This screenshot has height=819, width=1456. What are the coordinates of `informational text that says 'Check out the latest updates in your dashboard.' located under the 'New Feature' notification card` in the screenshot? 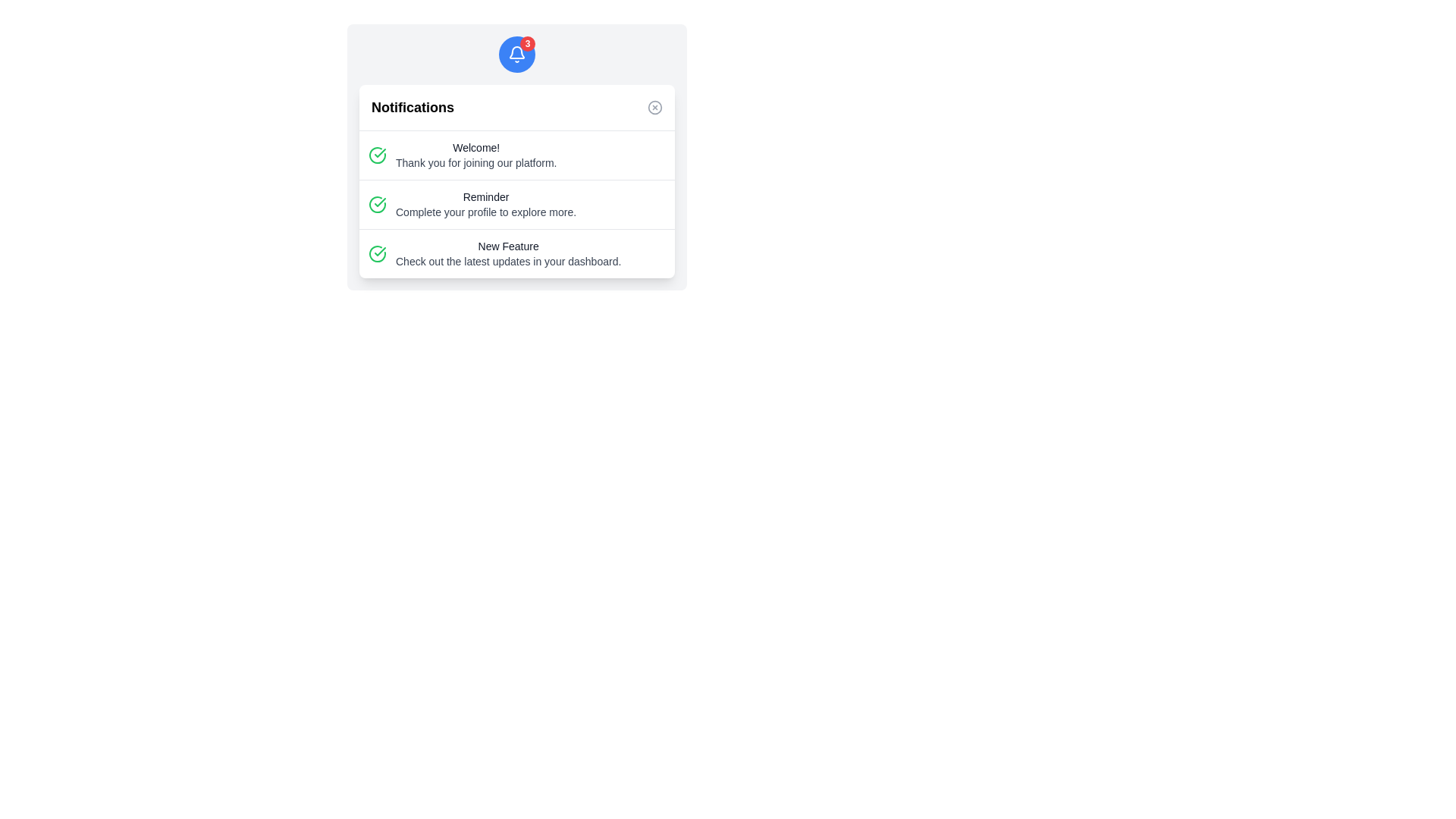 It's located at (508, 260).